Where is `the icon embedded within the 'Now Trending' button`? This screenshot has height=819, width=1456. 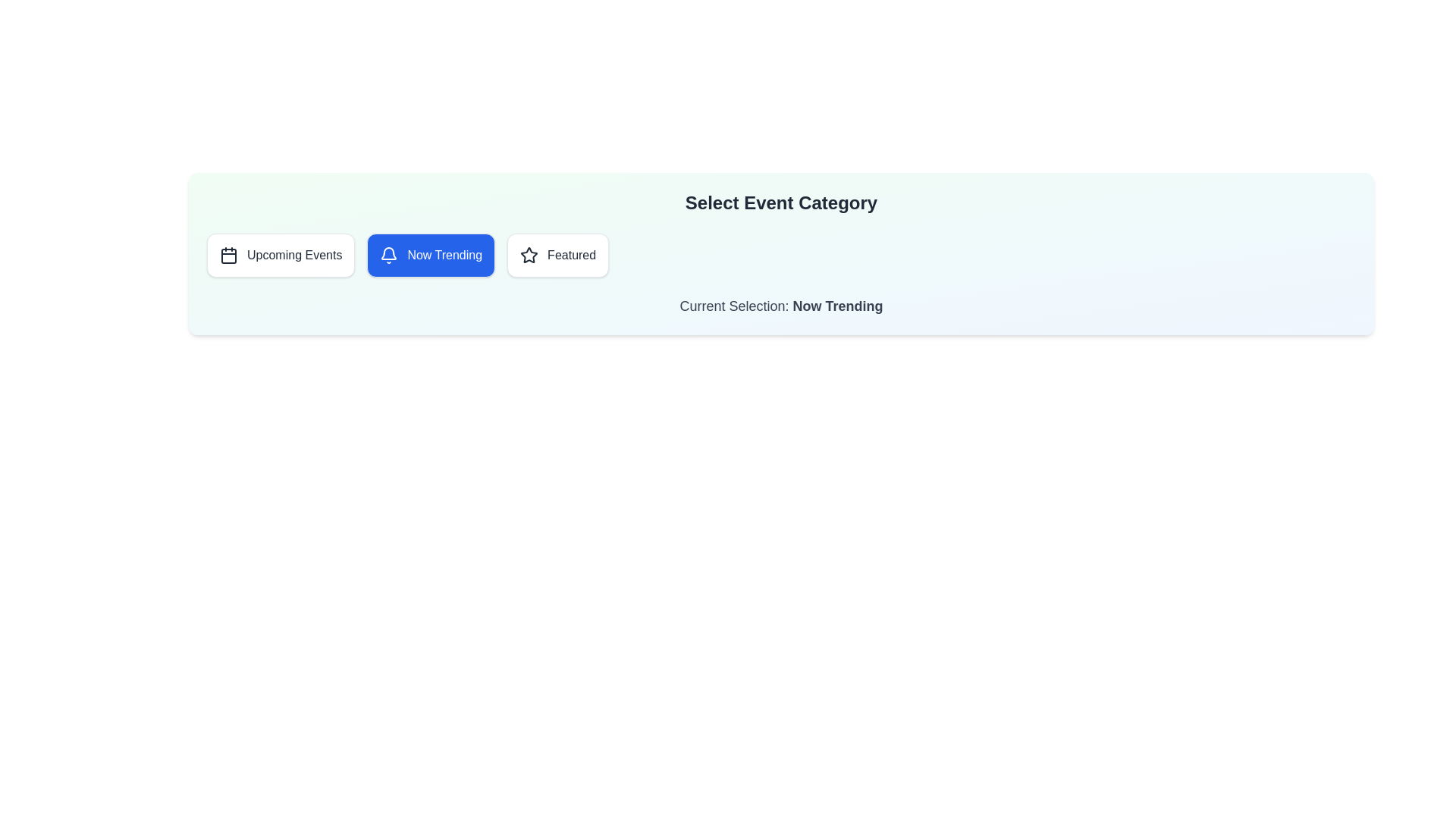
the icon embedded within the 'Now Trending' button is located at coordinates (389, 253).